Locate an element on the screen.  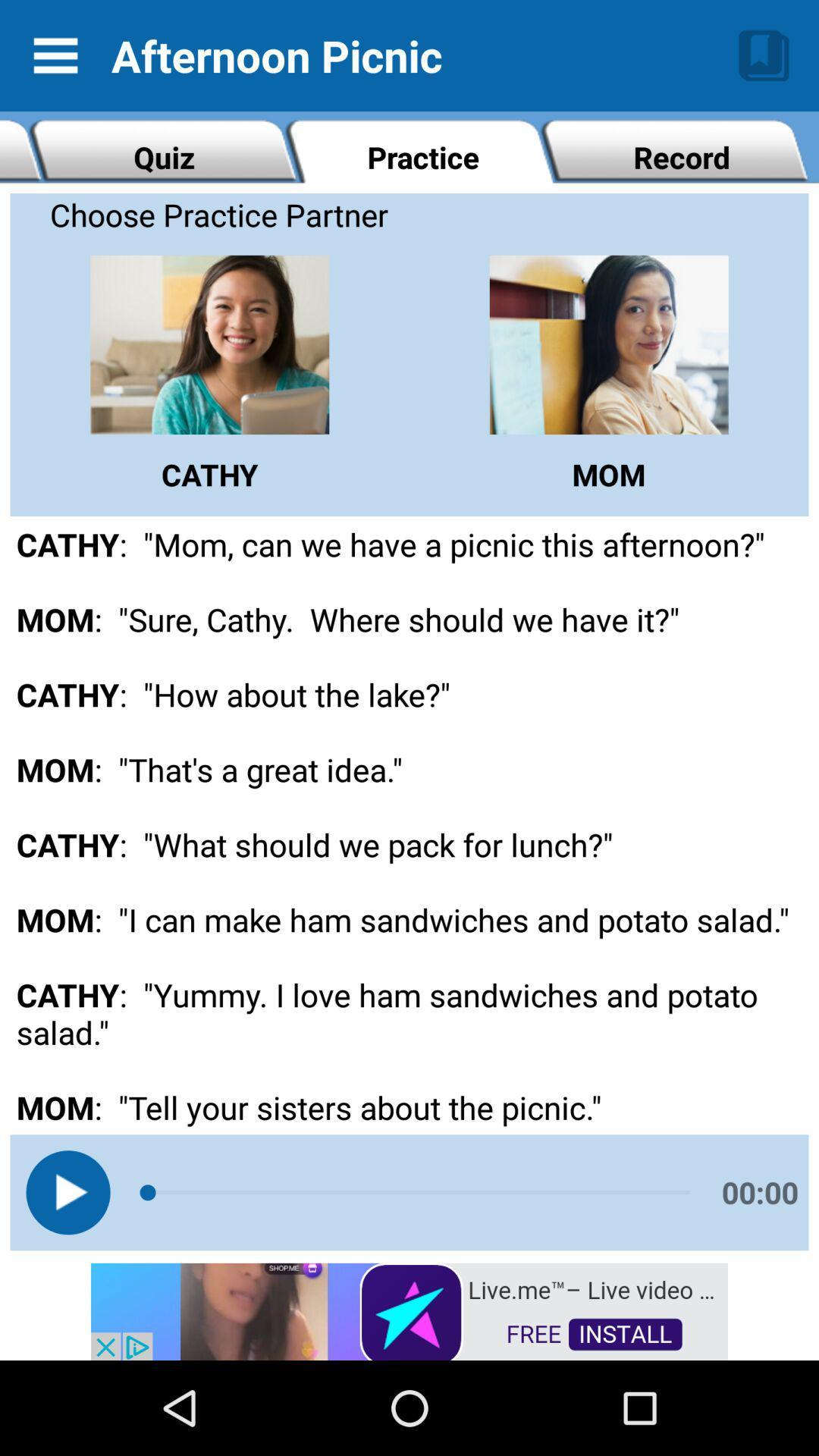
advertisements is located at coordinates (409, 1310).